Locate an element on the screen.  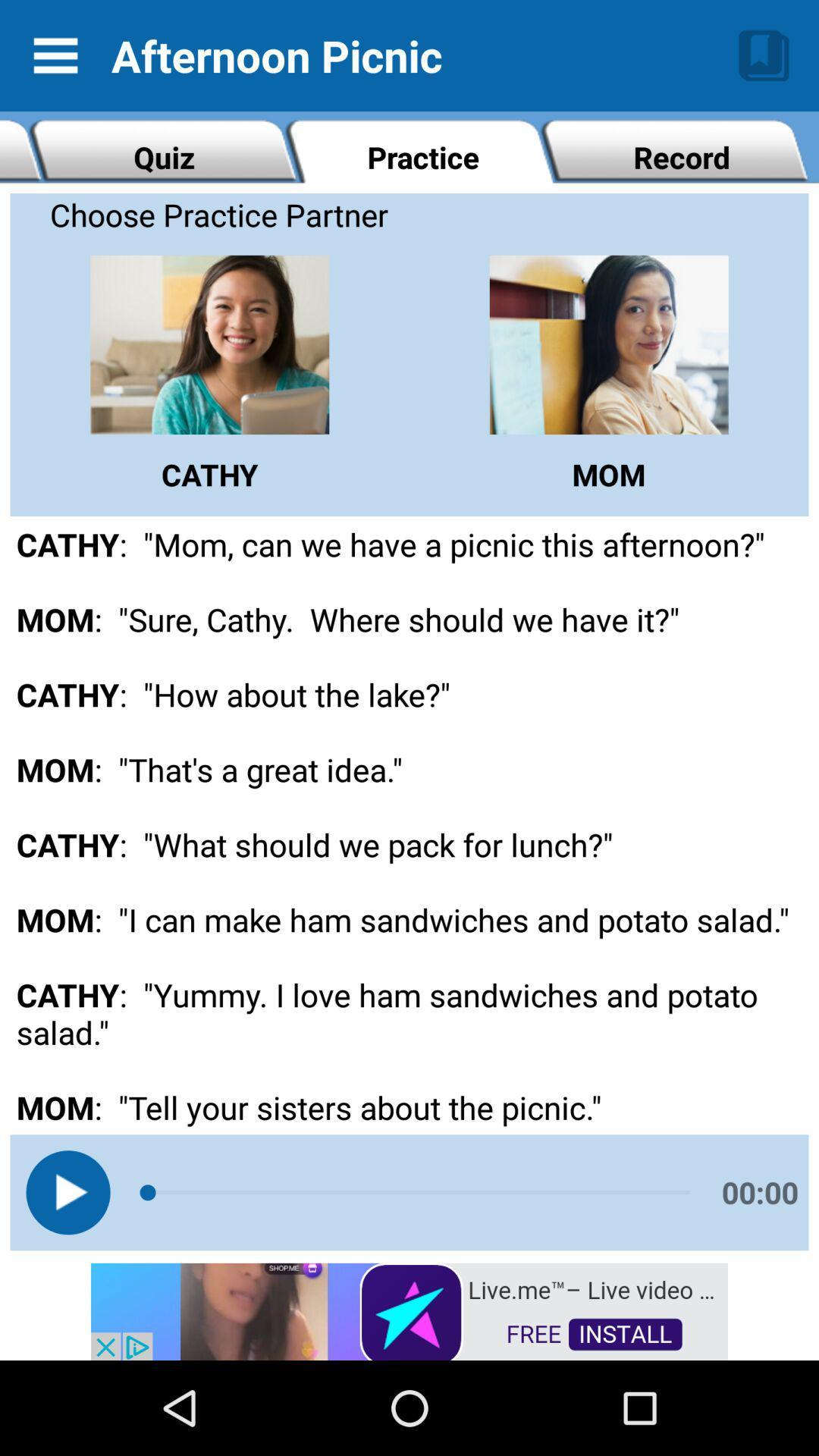
advertisements is located at coordinates (409, 1310).